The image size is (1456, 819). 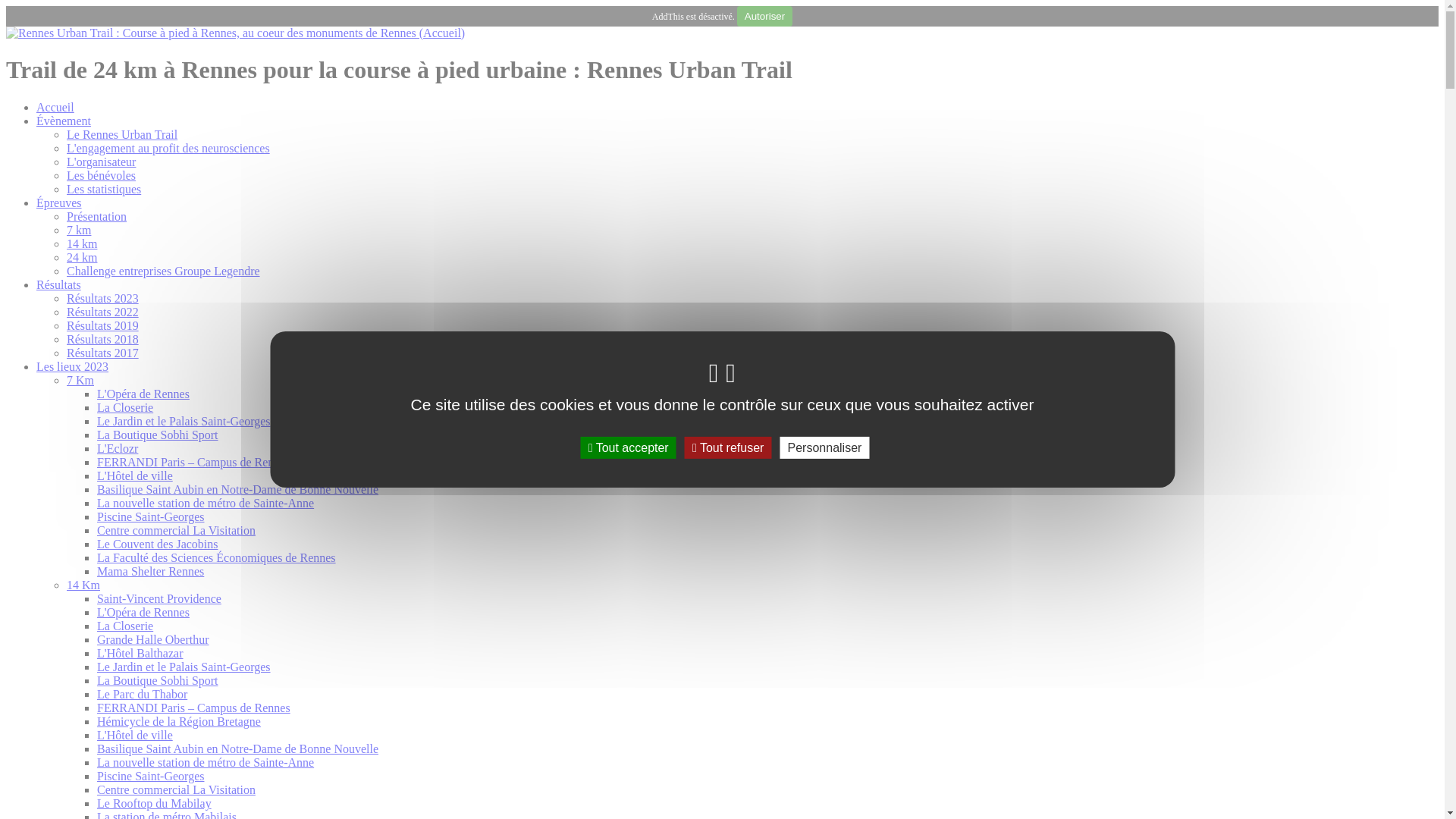 I want to click on 'Tout accepter', so click(x=629, y=447).